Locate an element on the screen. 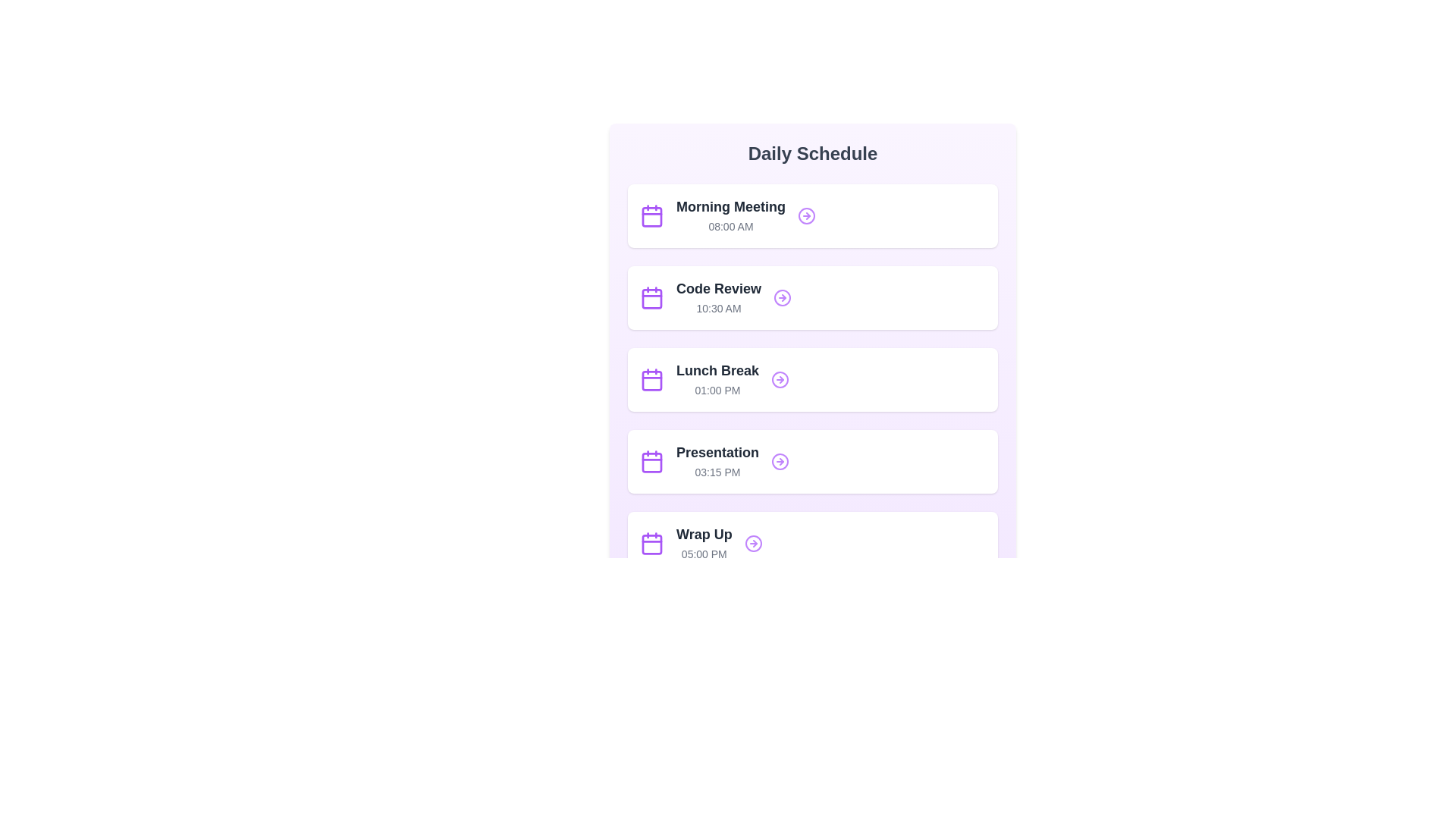 The image size is (1456, 819). on the 'Wrap Up' activity entry in the daily schedule, which is the fifth item in the vertically stacked list of schedule cards is located at coordinates (811, 543).